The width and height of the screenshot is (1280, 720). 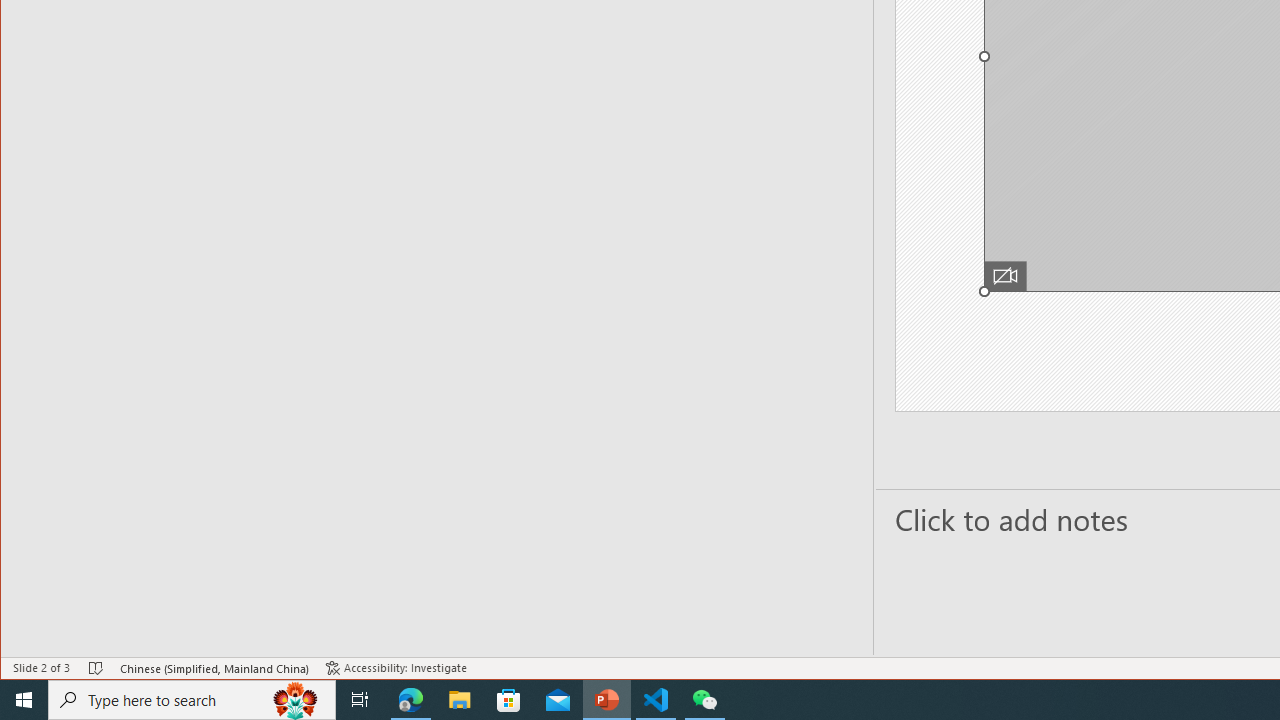 What do you see at coordinates (656, 698) in the screenshot?
I see `'Visual Studio Code - 1 running window'` at bounding box center [656, 698].